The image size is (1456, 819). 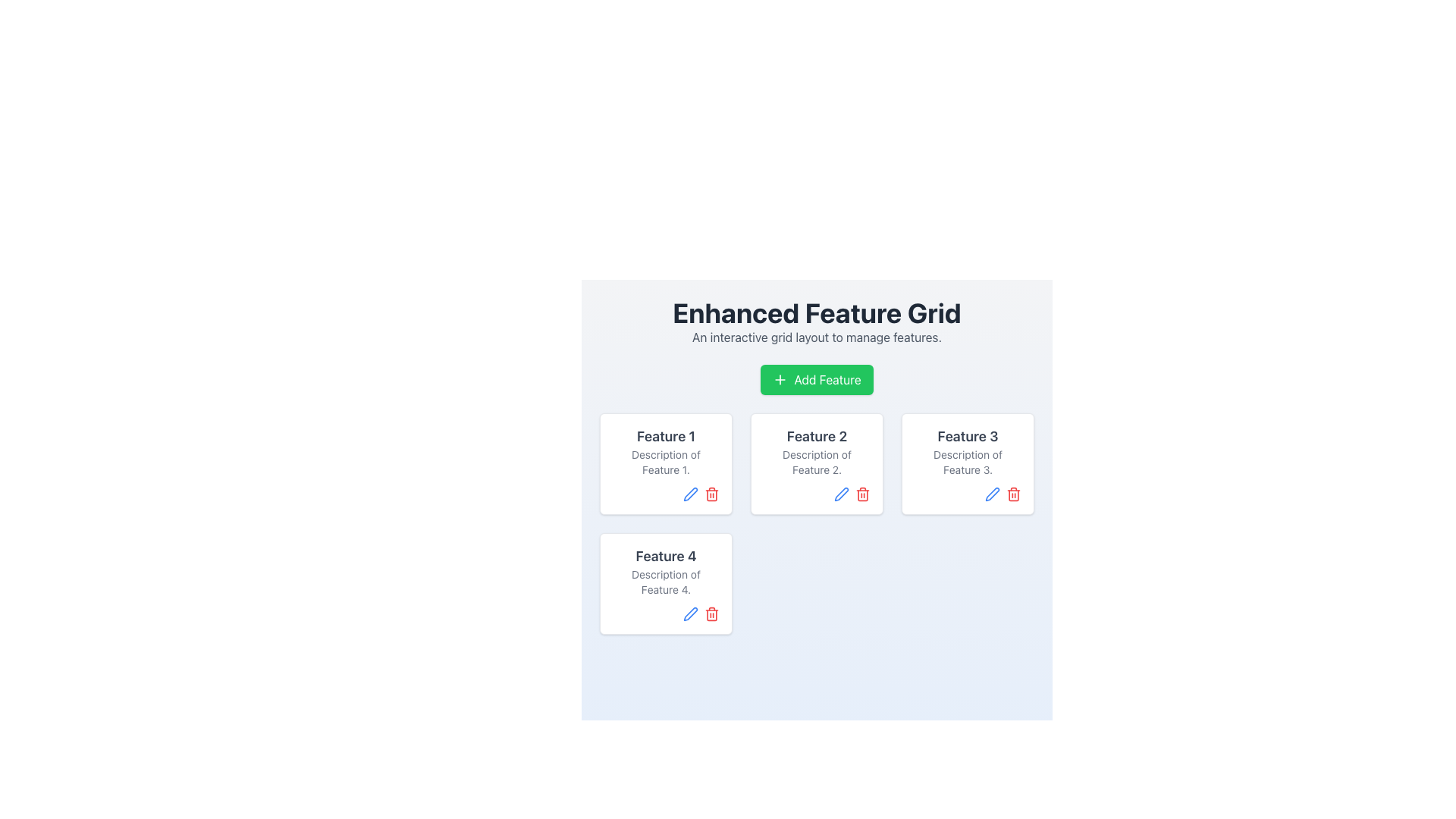 I want to click on the text block displaying 'Description of Feature 2.' which is styled with a smaller font size and grayish color, located beneath the title 'Feature 2' in a bordered grid layout, so click(x=816, y=461).